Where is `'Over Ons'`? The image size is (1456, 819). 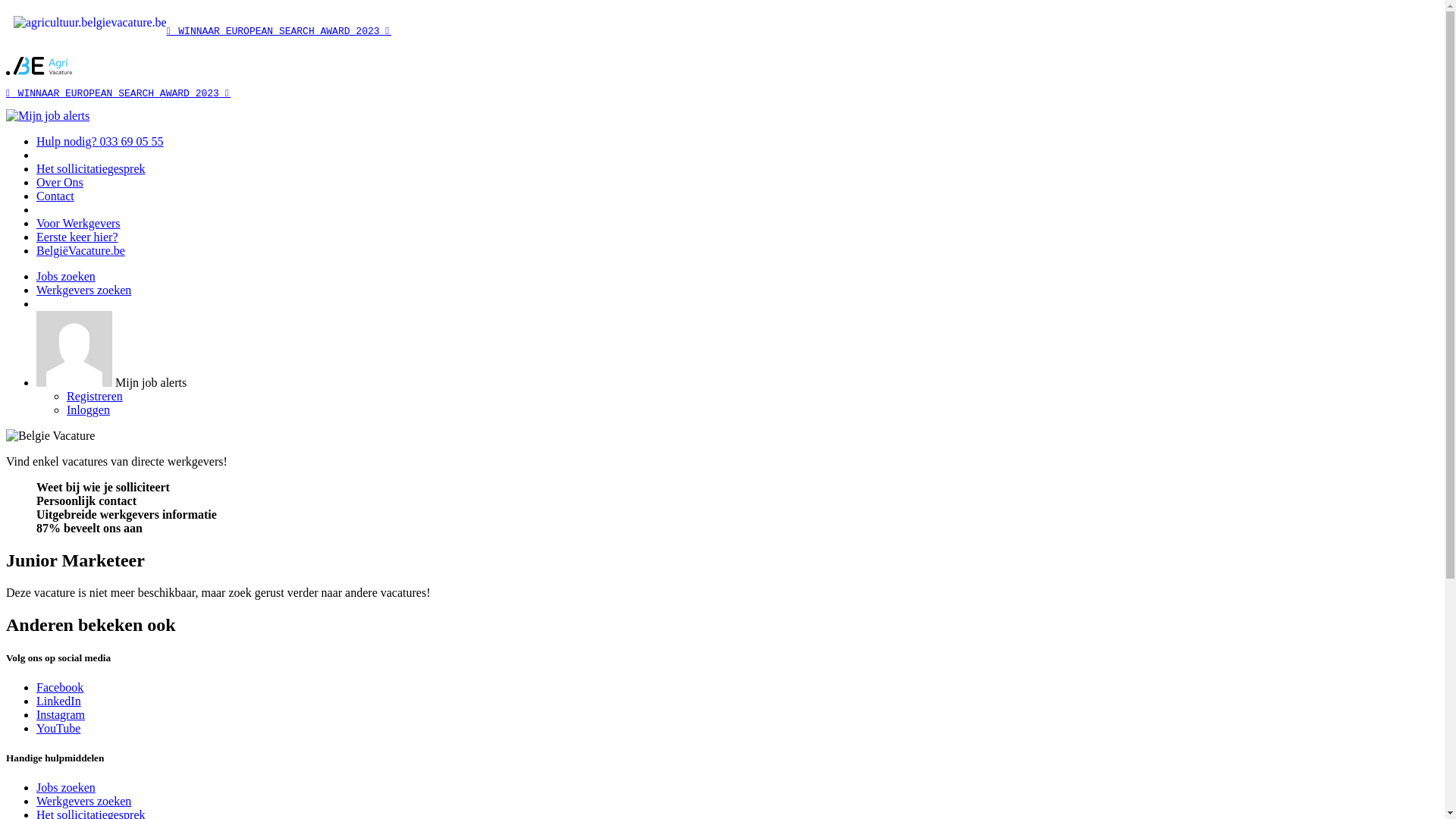
'Over Ons' is located at coordinates (36, 181).